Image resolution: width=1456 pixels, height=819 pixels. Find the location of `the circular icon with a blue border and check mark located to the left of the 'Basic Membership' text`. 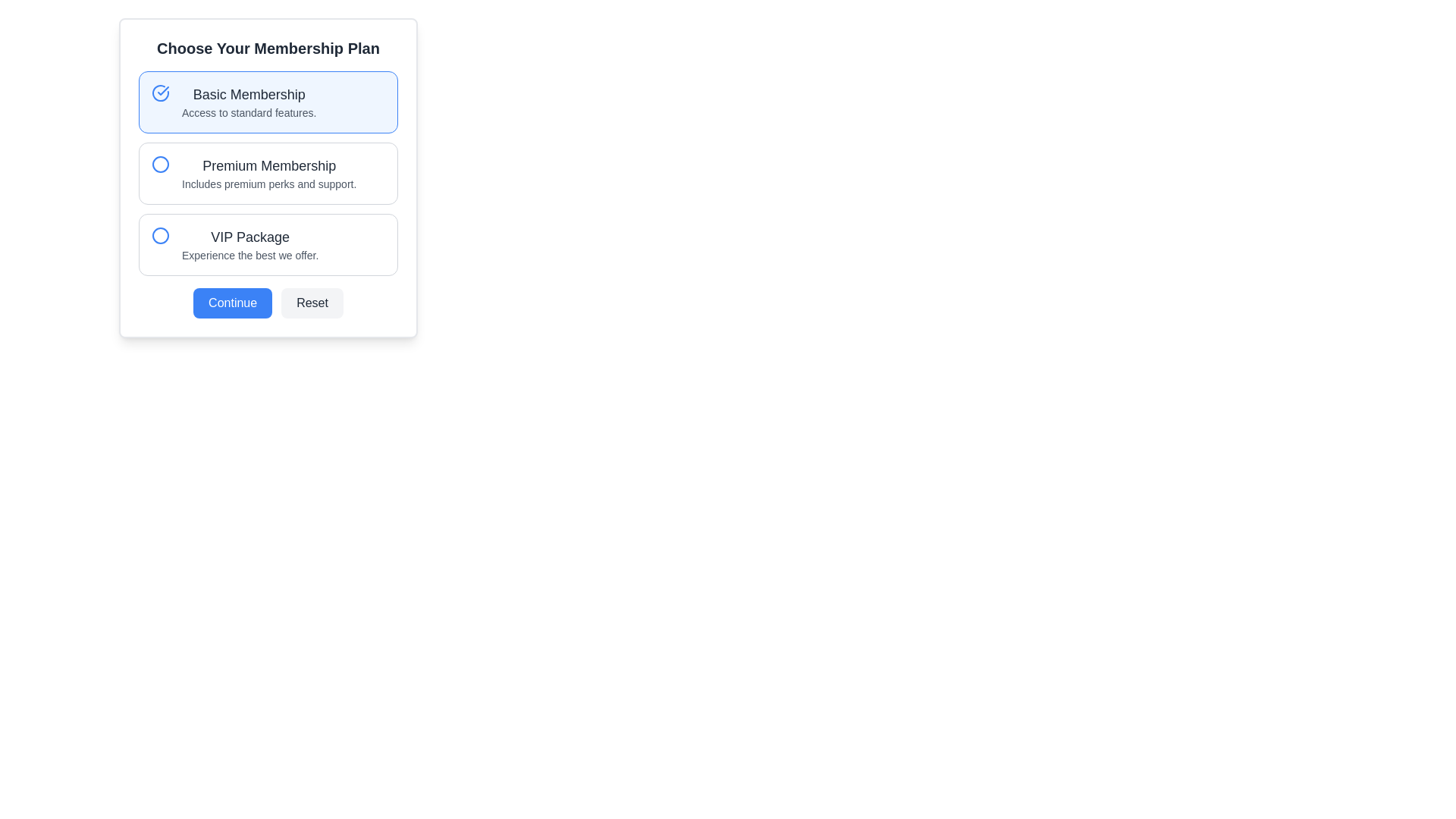

the circular icon with a blue border and check mark located to the left of the 'Basic Membership' text is located at coordinates (160, 93).